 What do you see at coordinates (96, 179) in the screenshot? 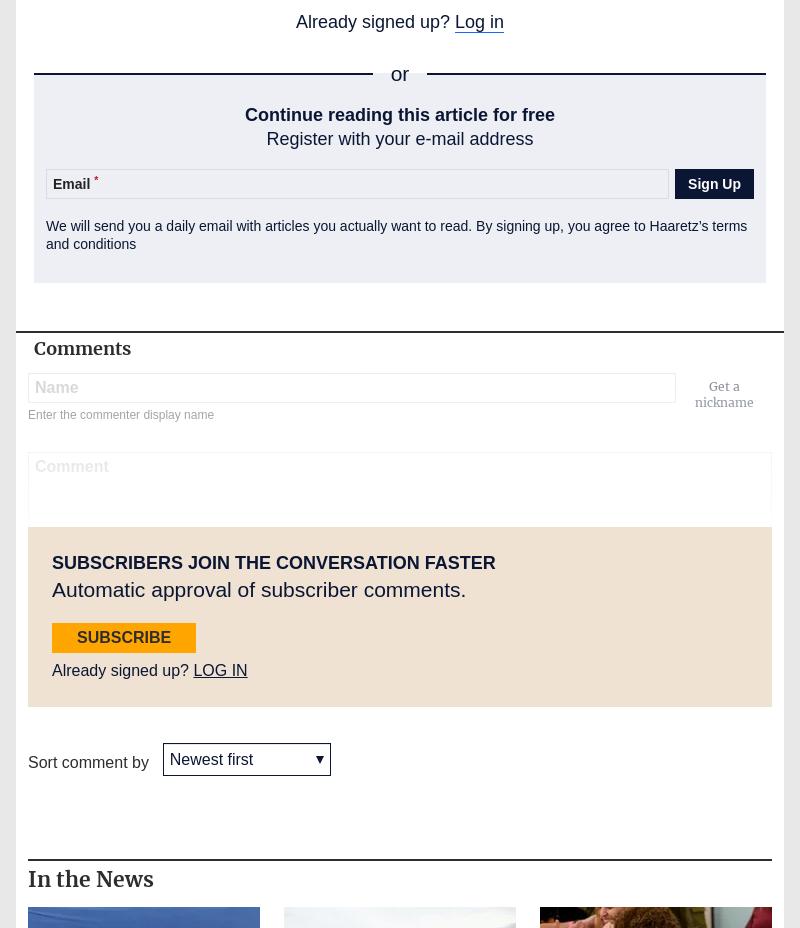
I see `'*'` at bounding box center [96, 179].